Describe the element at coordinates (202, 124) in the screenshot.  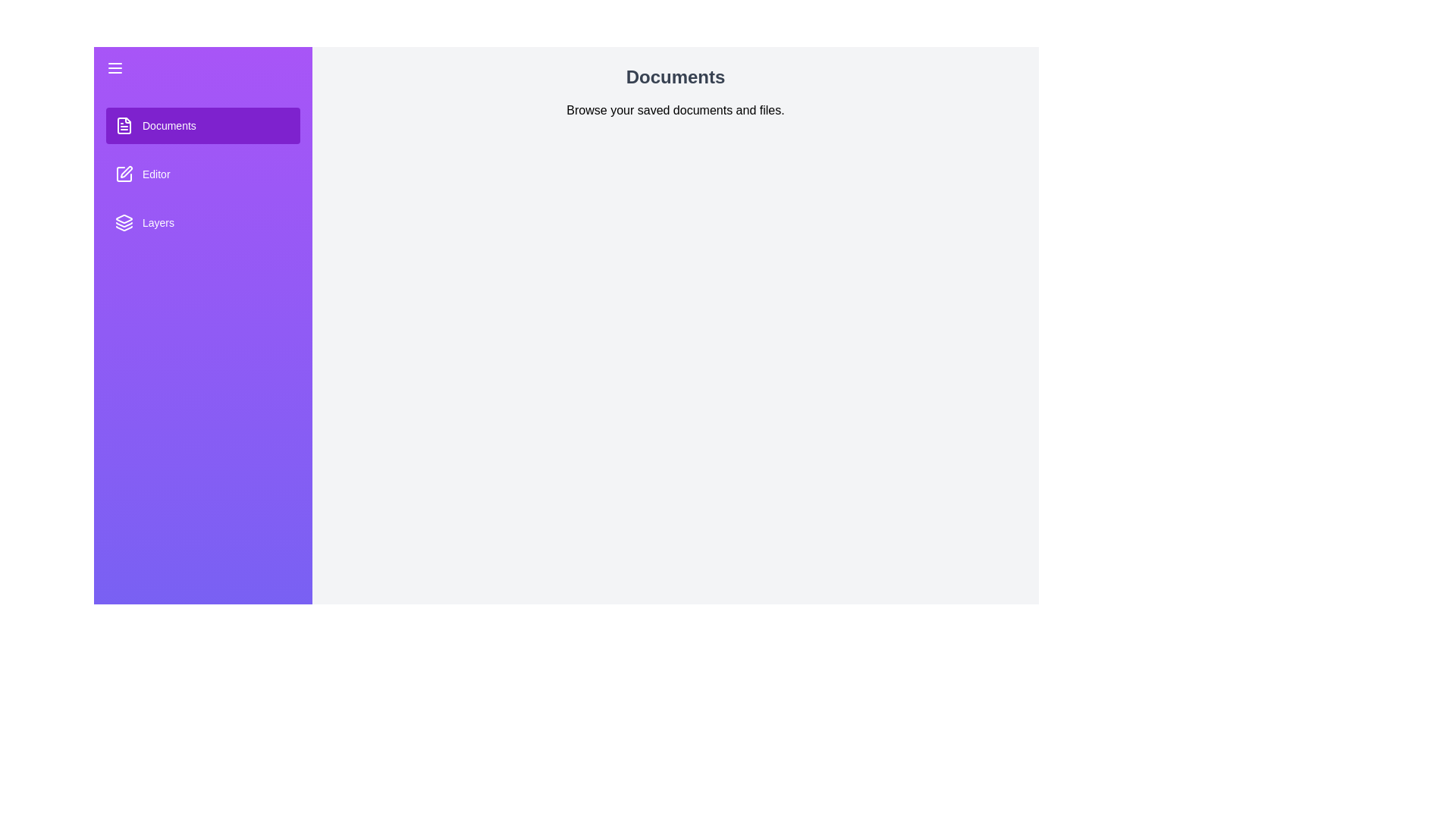
I see `the section named Documents` at that location.